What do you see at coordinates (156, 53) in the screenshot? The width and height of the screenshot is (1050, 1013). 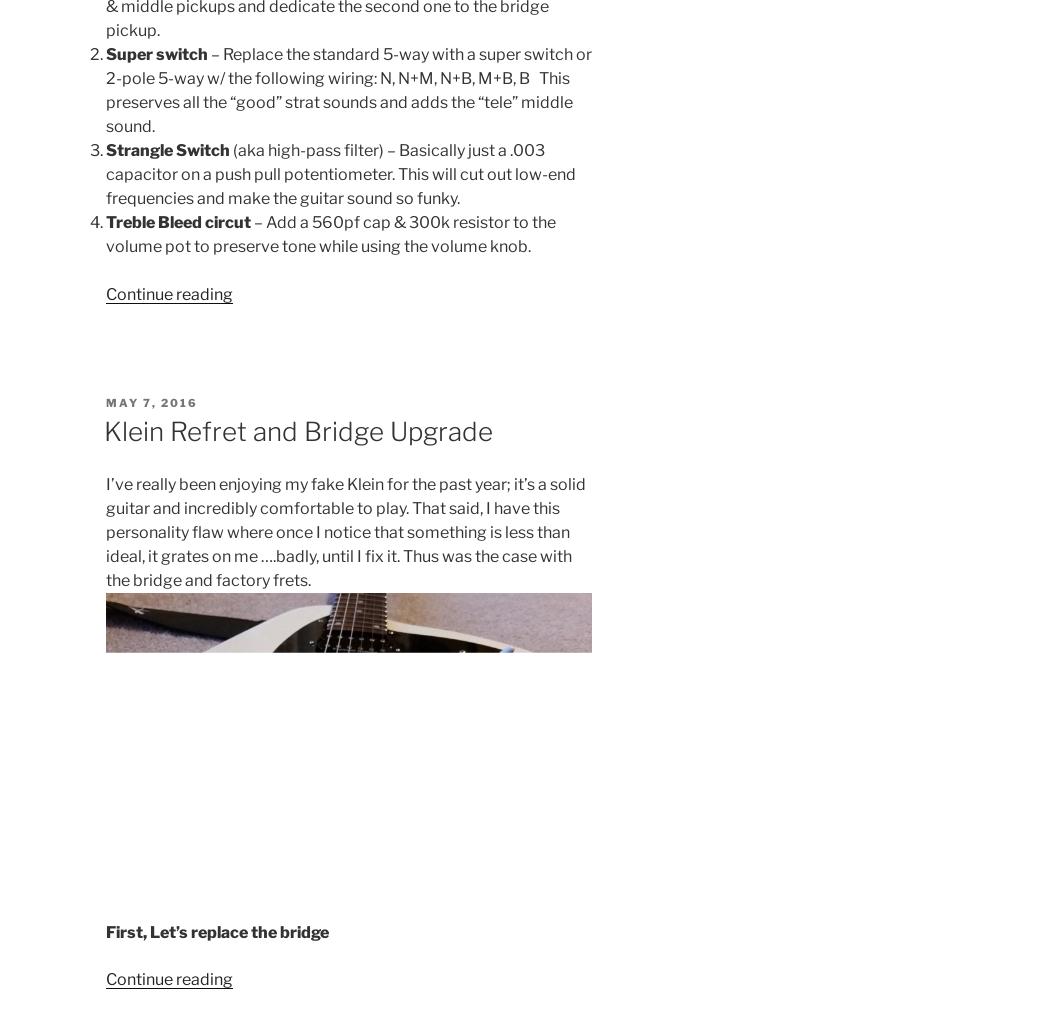 I see `'Super switch'` at bounding box center [156, 53].